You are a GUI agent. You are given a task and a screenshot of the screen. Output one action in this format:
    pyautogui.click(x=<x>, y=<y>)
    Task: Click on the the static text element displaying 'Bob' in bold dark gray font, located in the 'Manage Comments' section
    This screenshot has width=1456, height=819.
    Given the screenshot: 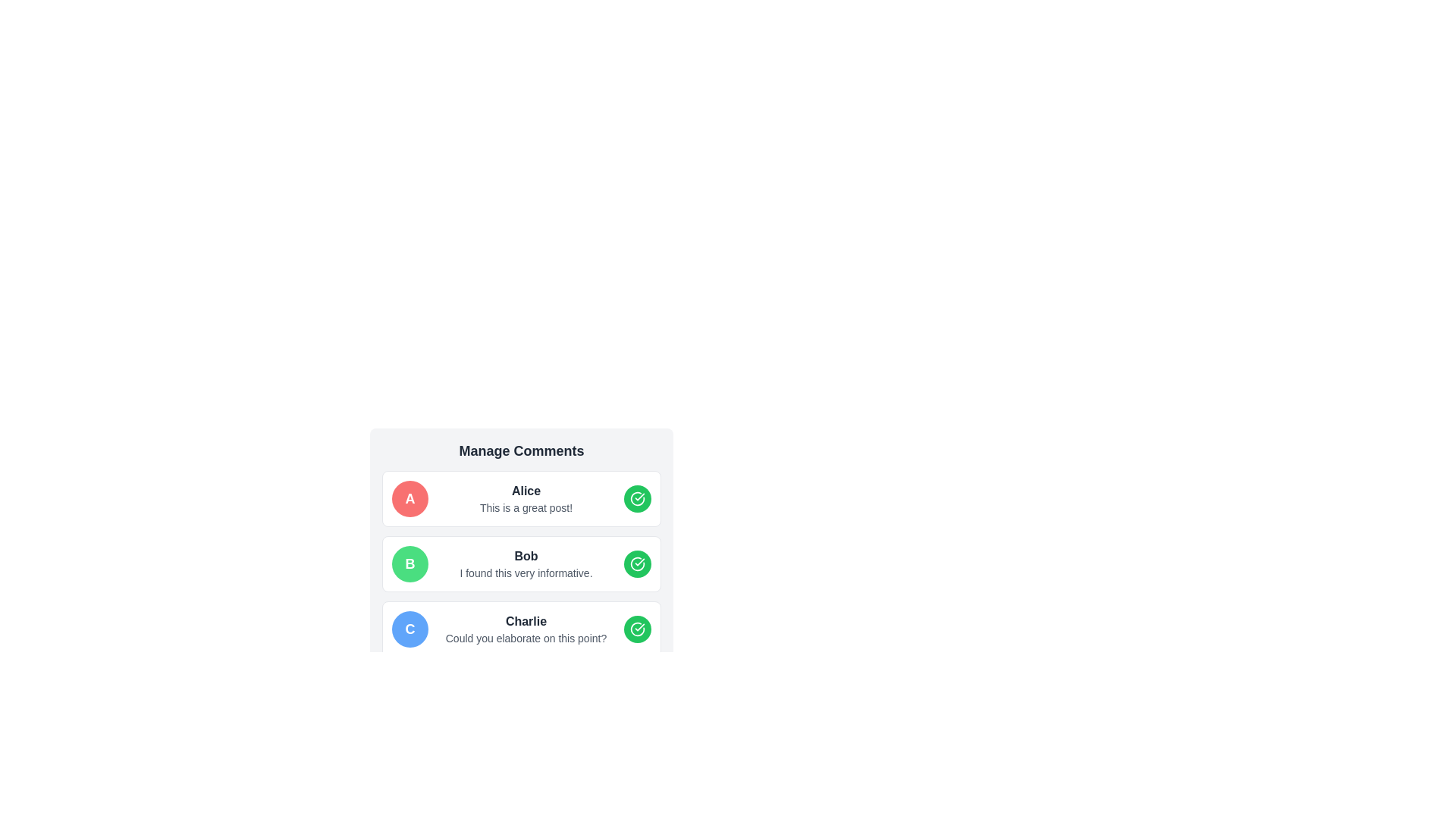 What is the action you would take?
    pyautogui.click(x=526, y=556)
    